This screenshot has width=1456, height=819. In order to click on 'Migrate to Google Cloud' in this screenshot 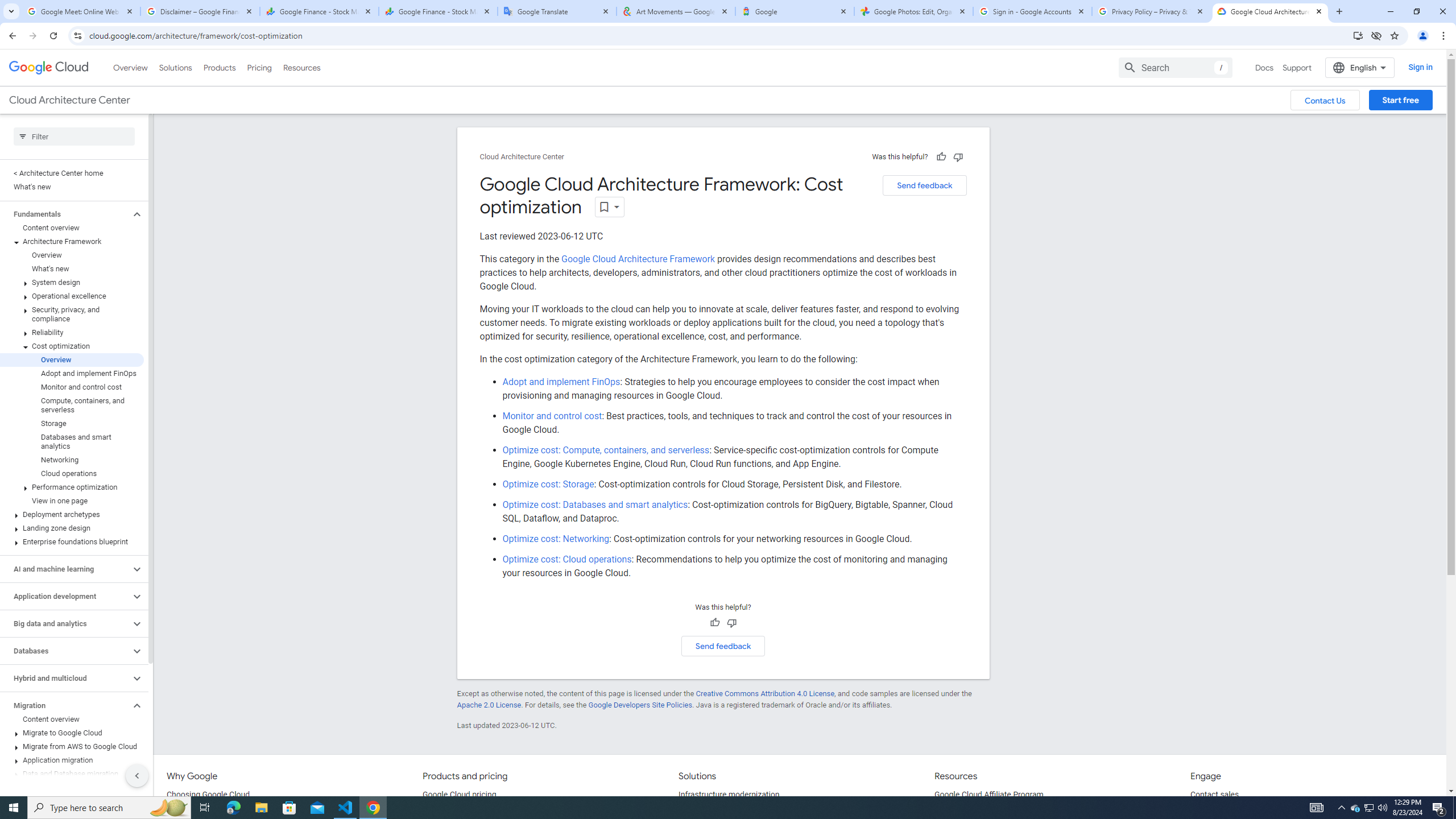, I will do `click(72, 732)`.